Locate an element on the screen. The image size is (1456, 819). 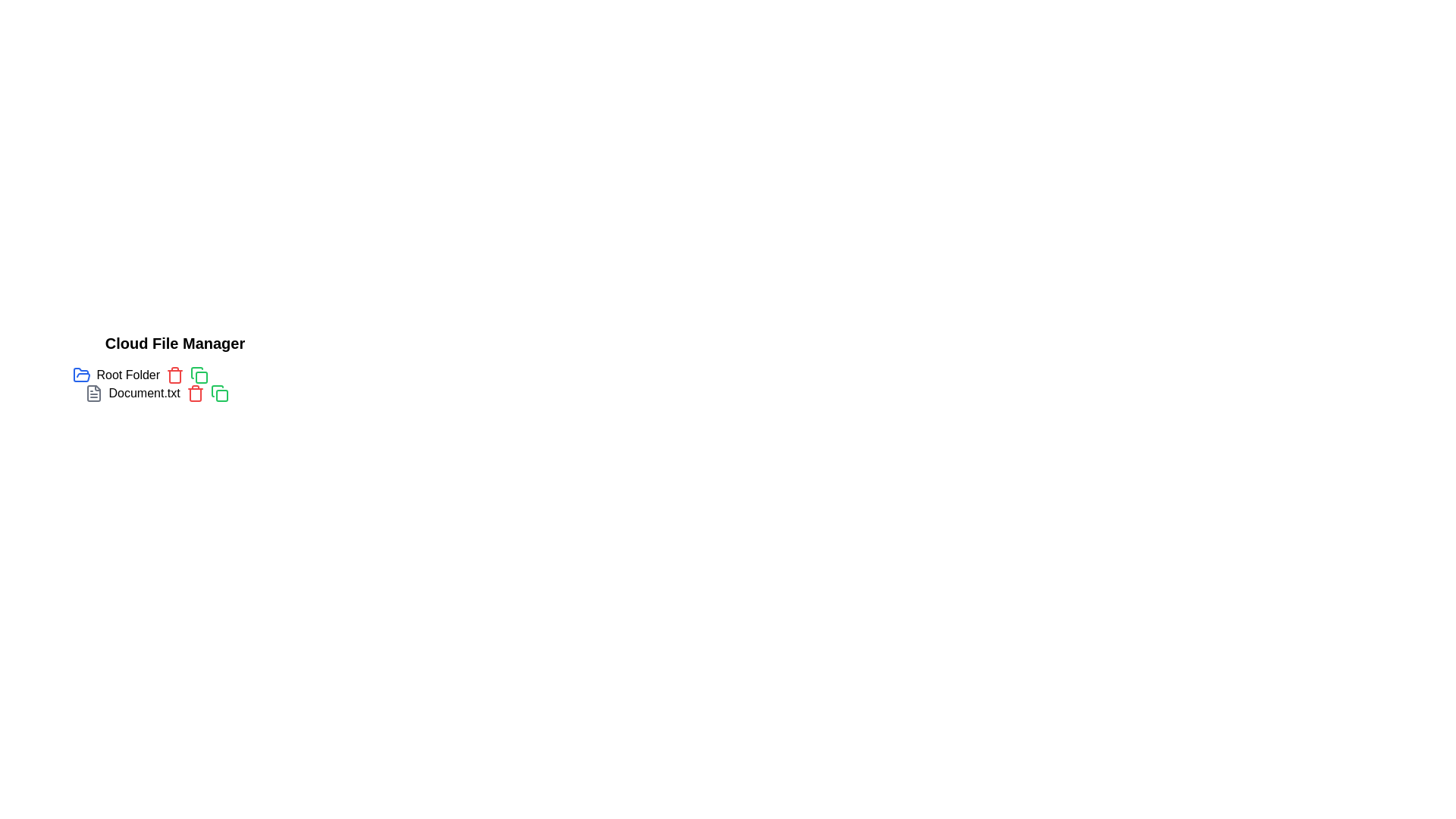
the trash can icon button located to the right of the 'Root Folder' text is located at coordinates (175, 375).